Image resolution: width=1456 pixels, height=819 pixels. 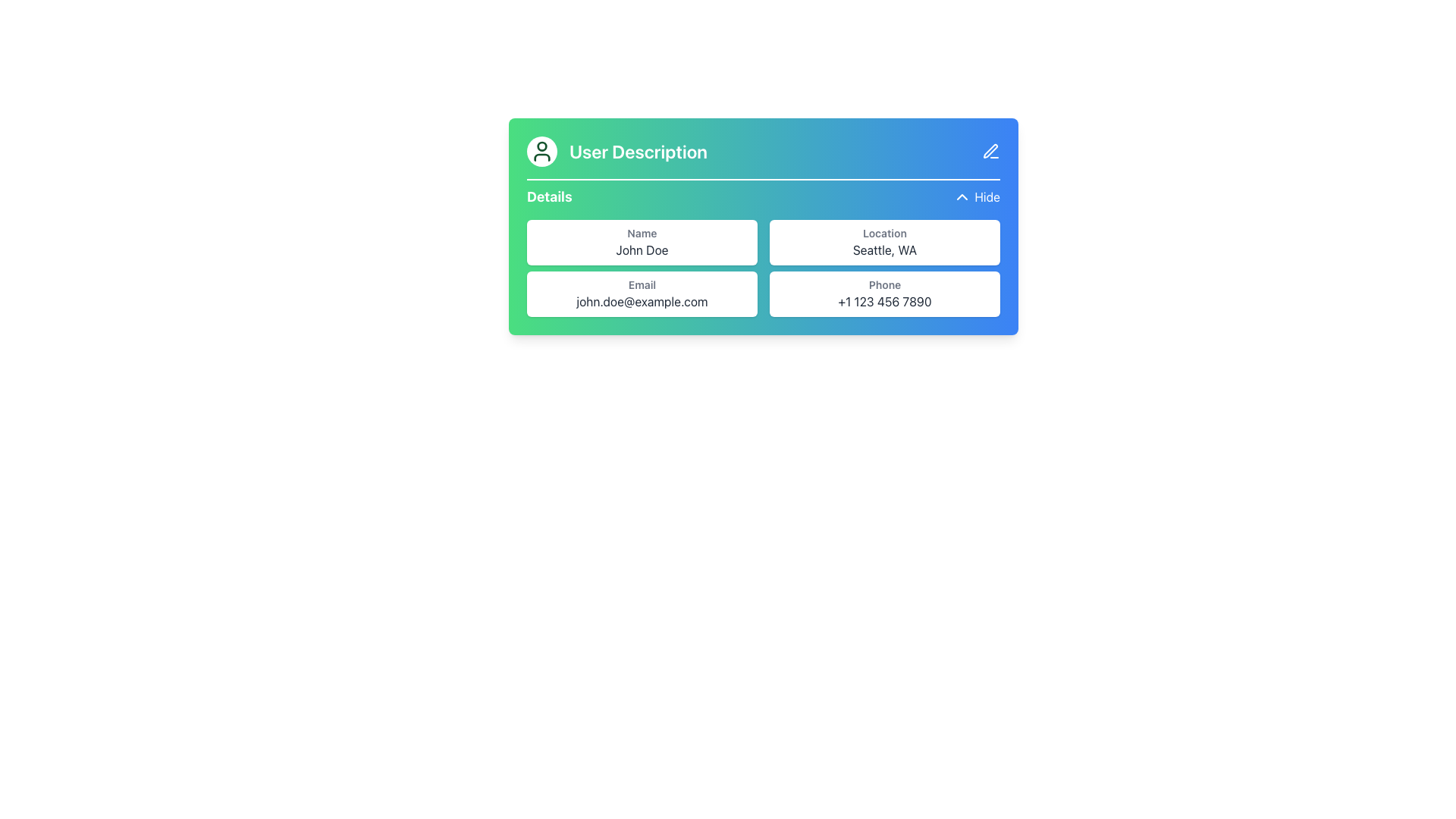 What do you see at coordinates (884, 234) in the screenshot?
I see `the static text label located above the text 'Seattle, WA' in the second column of the user details layout` at bounding box center [884, 234].